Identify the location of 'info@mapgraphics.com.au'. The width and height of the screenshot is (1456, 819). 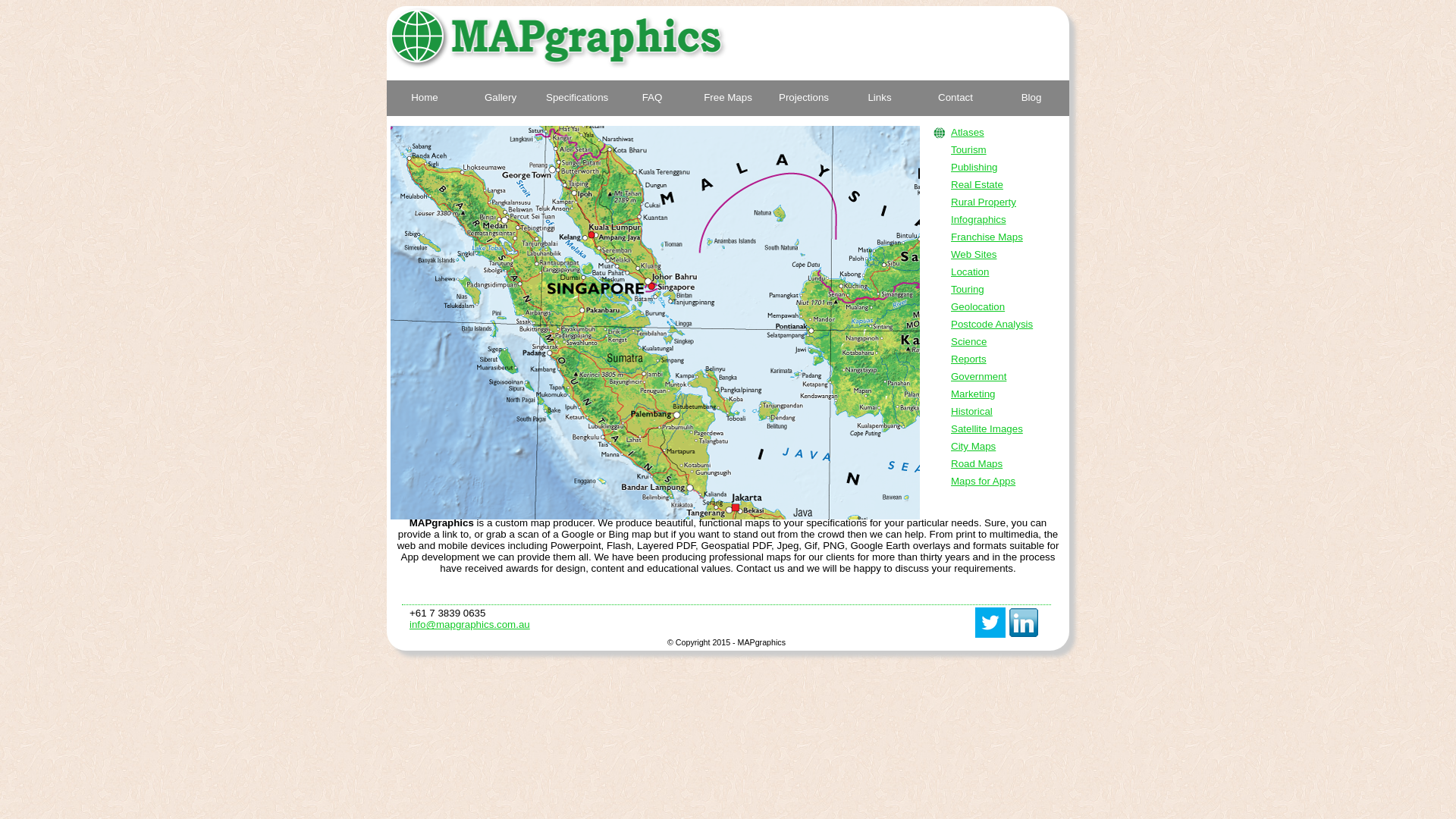
(469, 624).